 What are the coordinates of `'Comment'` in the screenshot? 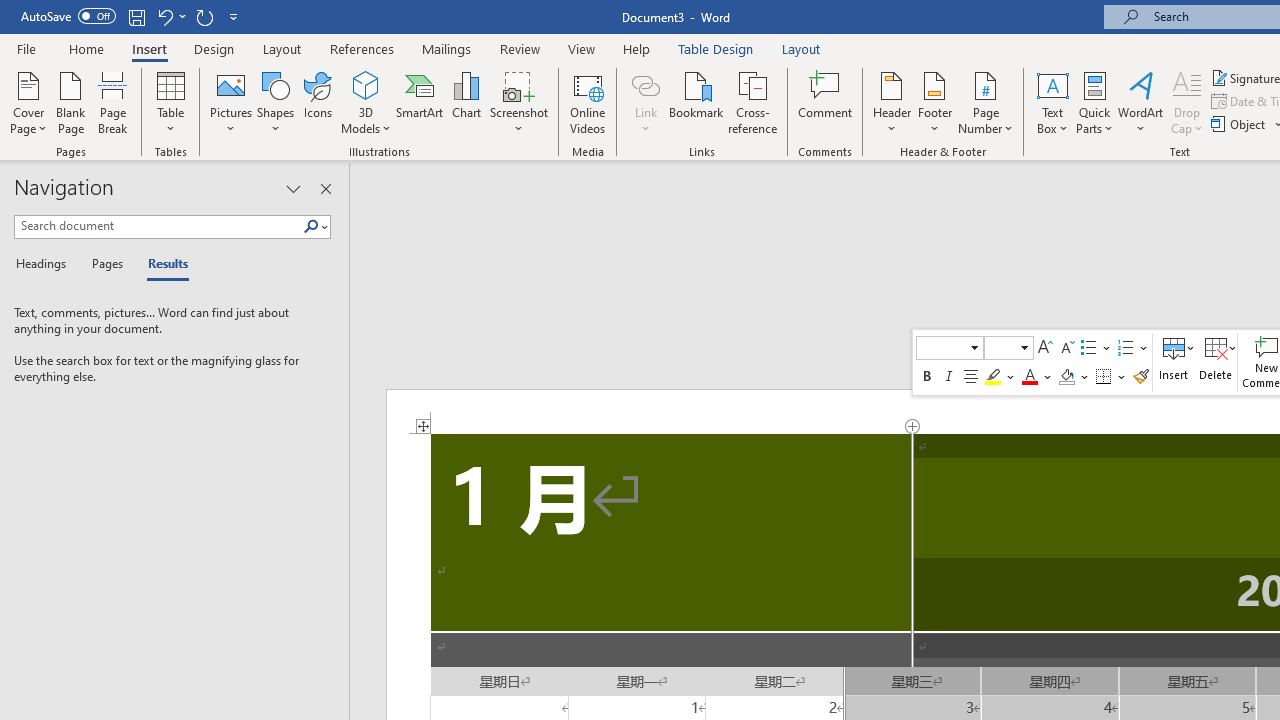 It's located at (825, 103).